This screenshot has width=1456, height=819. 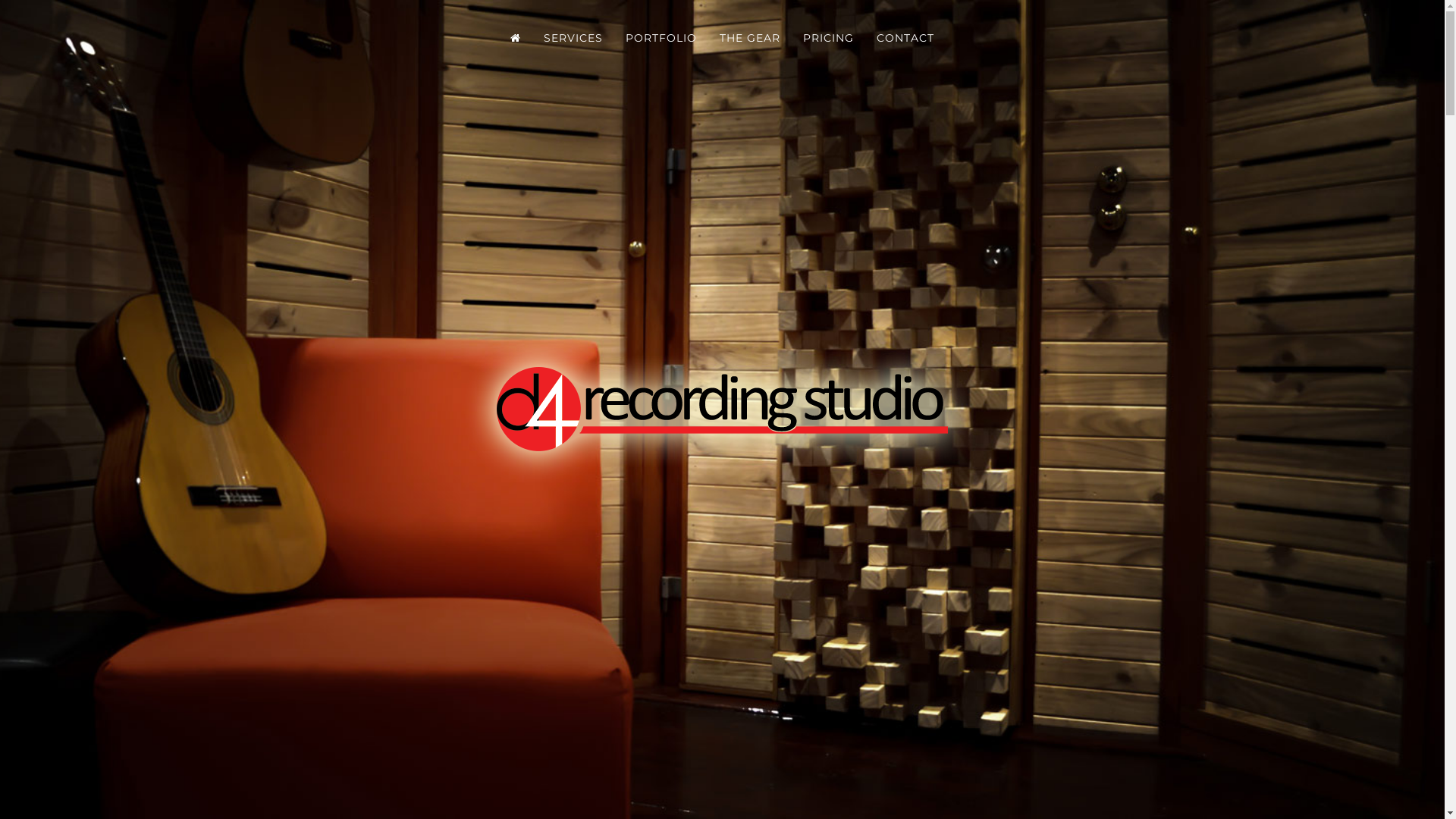 I want to click on 'CONTACT', so click(x=905, y=37).